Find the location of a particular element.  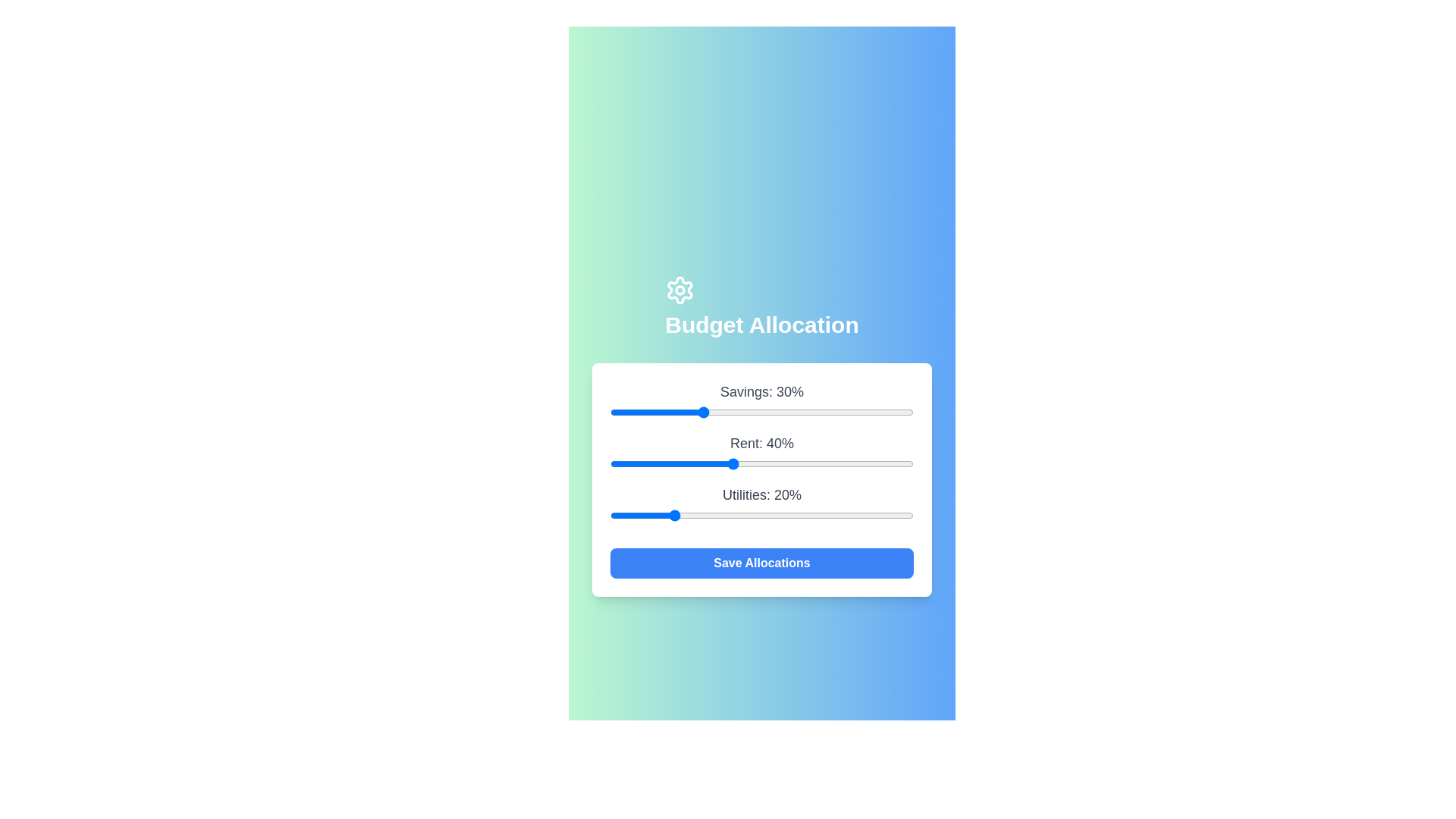

the 'Utilities' slider to allocate 4% of the budget is located at coordinates (622, 514).